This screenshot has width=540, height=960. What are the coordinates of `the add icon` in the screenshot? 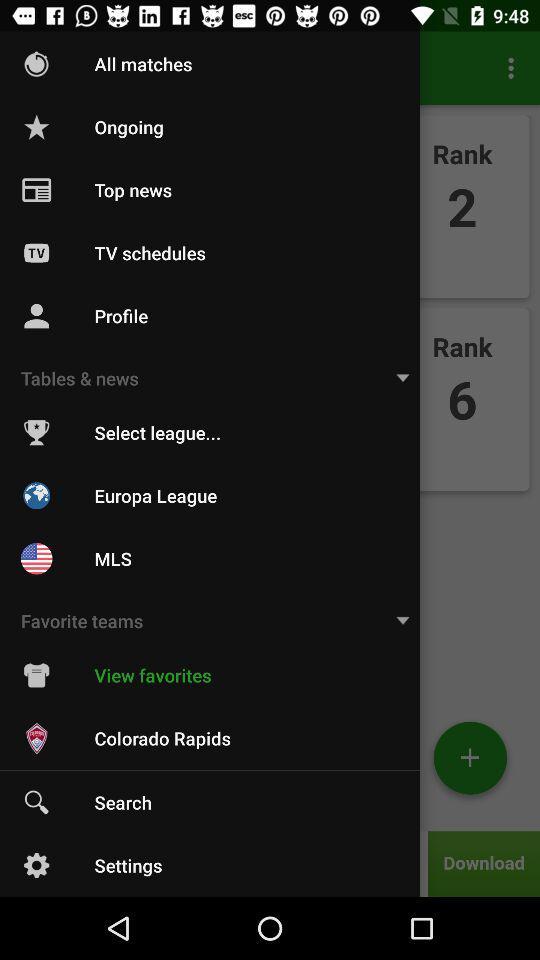 It's located at (470, 760).